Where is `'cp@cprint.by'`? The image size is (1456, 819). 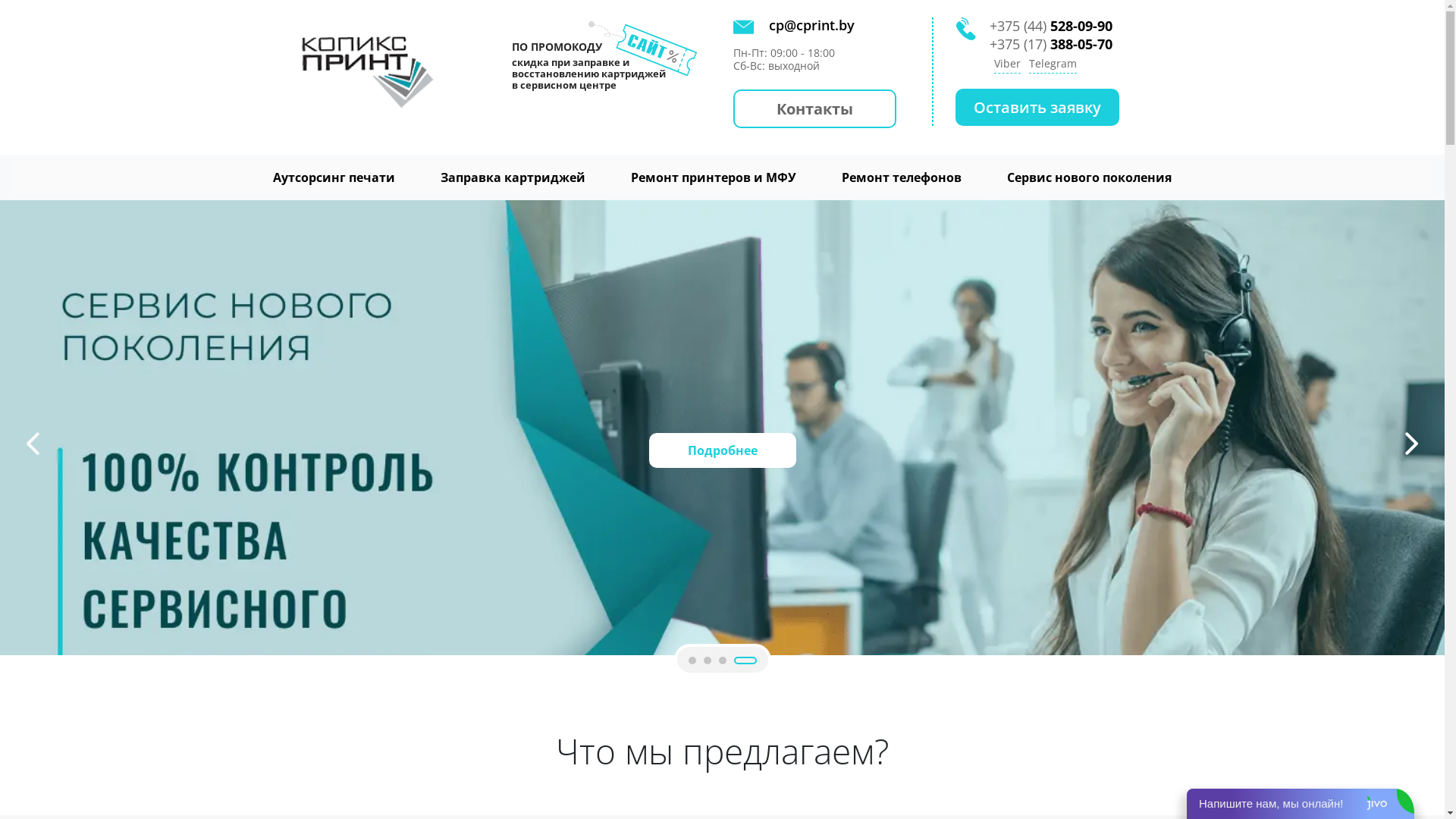
'cp@cprint.by' is located at coordinates (805, 25).